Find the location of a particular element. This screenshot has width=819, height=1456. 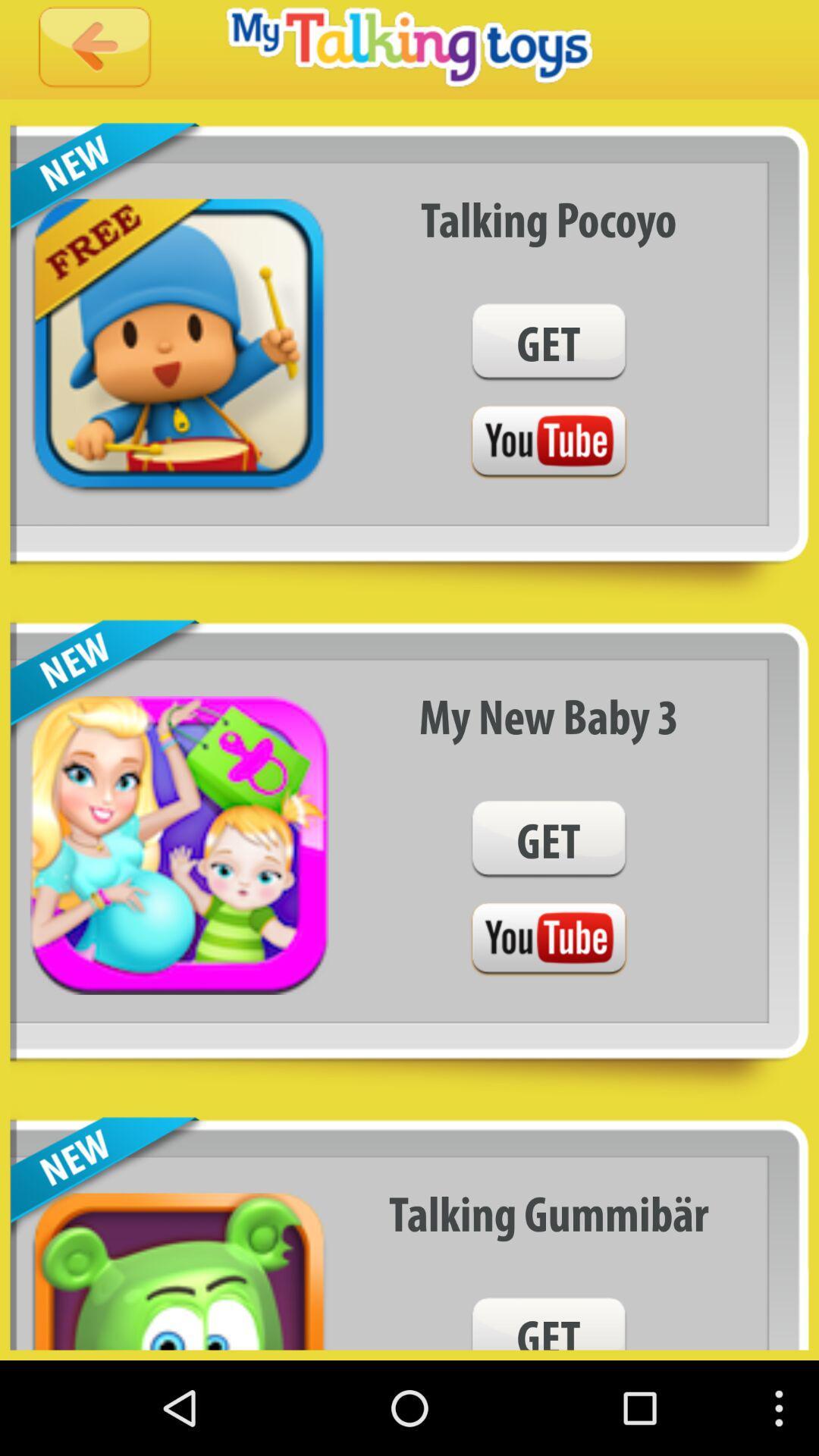

youtube is located at coordinates (548, 442).